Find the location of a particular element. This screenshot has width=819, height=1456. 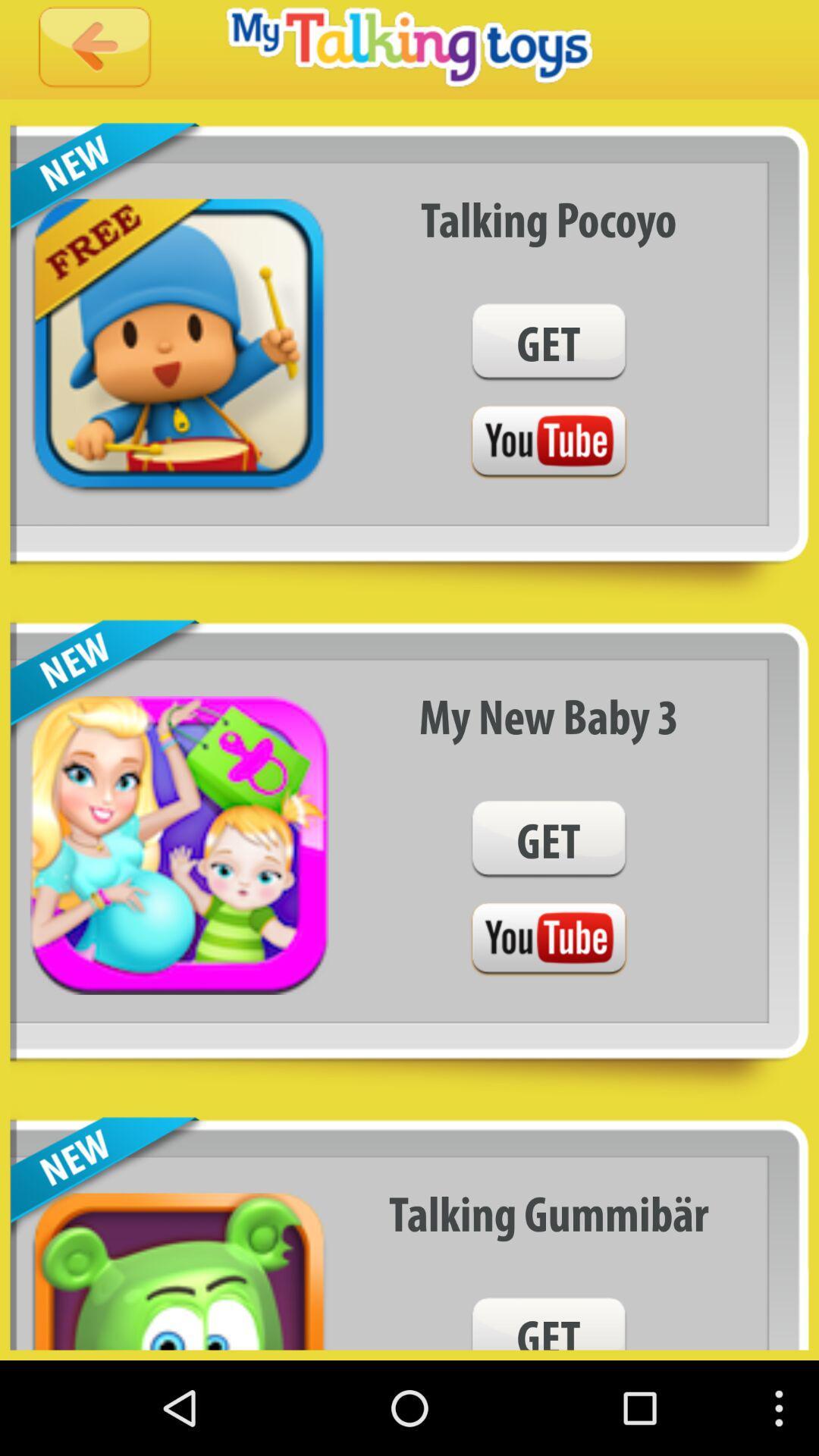

youtube is located at coordinates (548, 442).